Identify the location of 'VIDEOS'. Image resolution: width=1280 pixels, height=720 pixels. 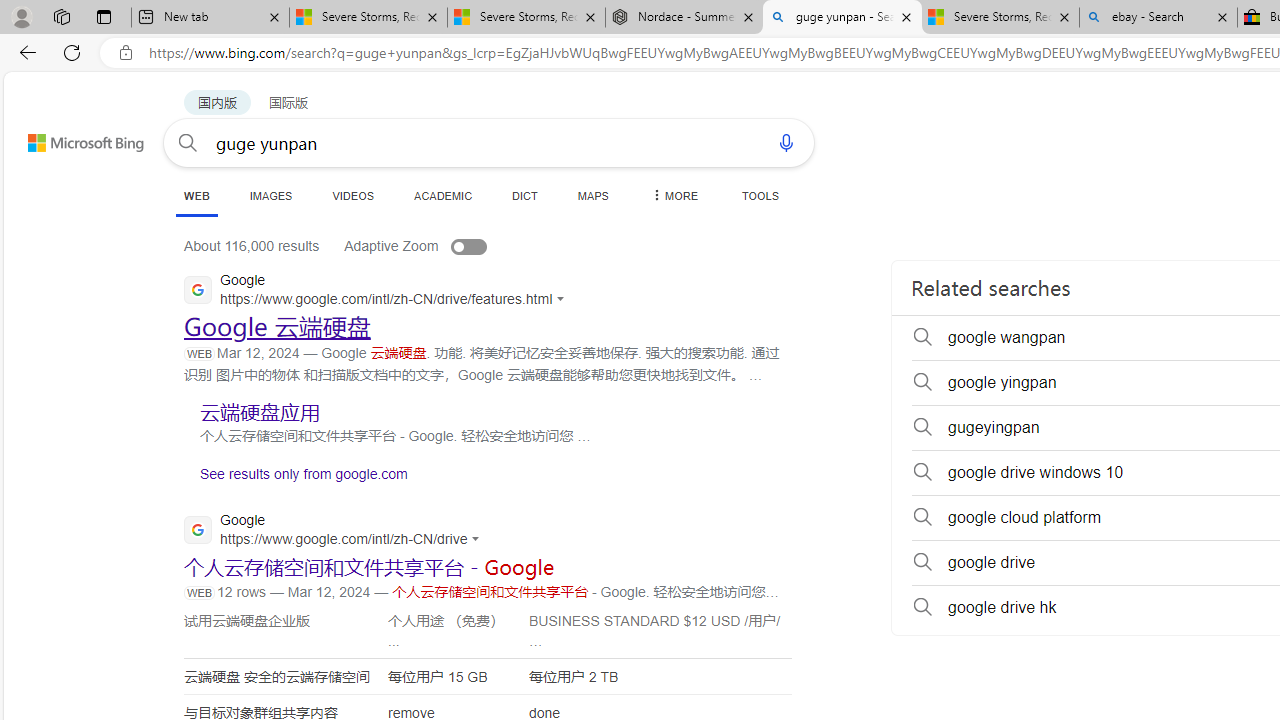
(353, 195).